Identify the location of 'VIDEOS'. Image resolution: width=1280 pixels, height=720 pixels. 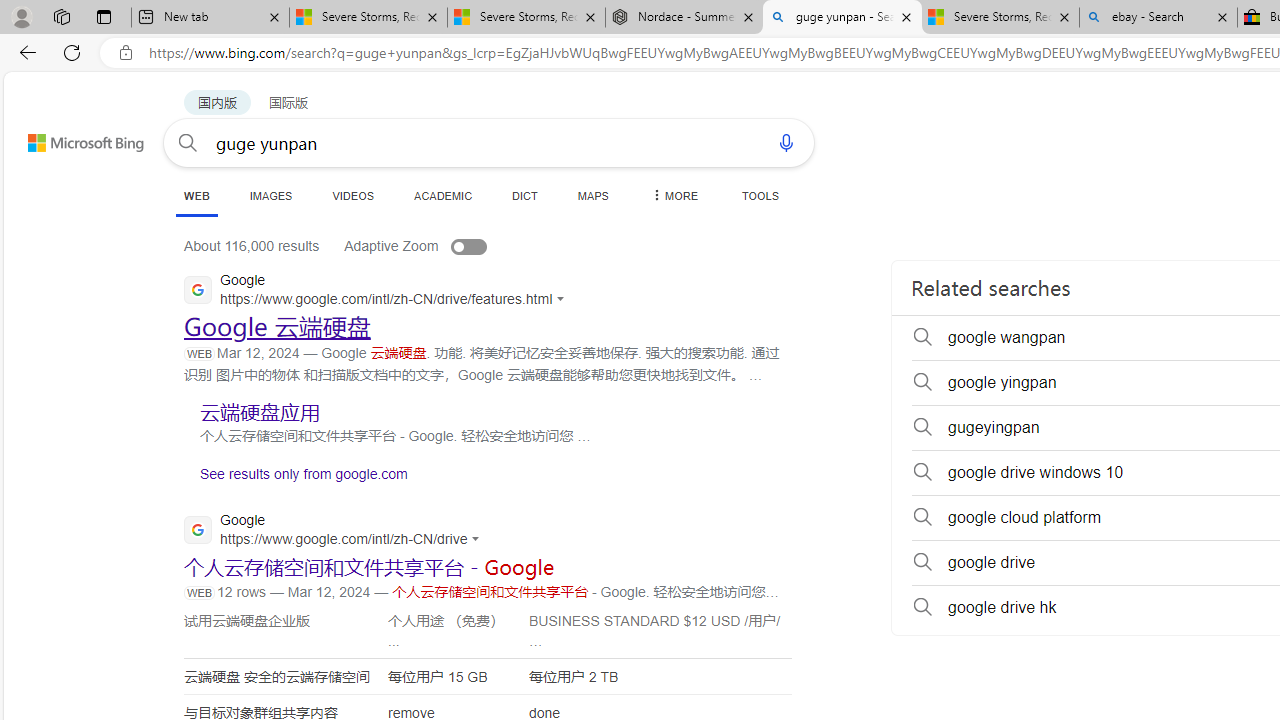
(353, 195).